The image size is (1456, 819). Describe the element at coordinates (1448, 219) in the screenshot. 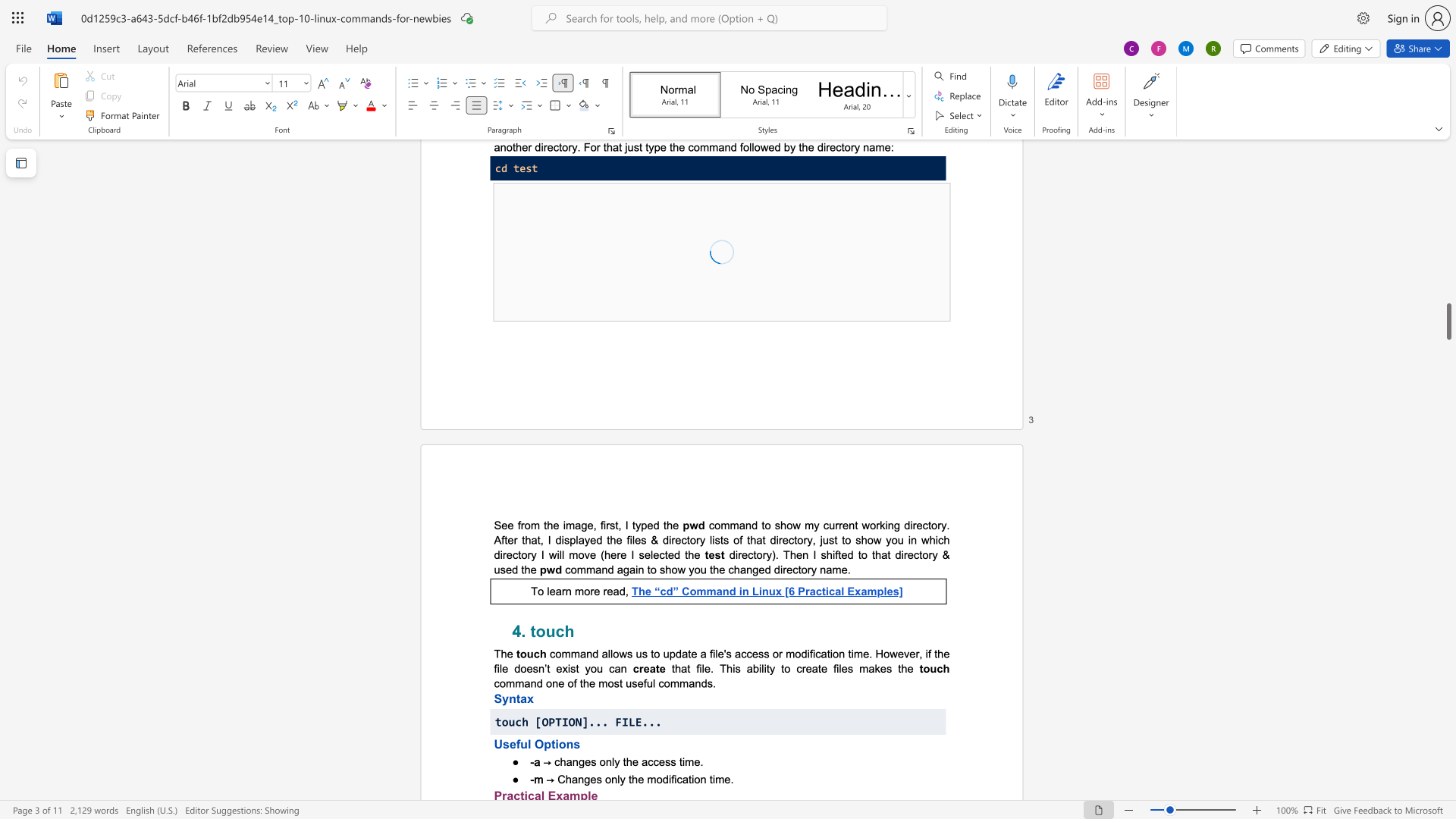

I see `the scrollbar on the right to shift the page higher` at that location.